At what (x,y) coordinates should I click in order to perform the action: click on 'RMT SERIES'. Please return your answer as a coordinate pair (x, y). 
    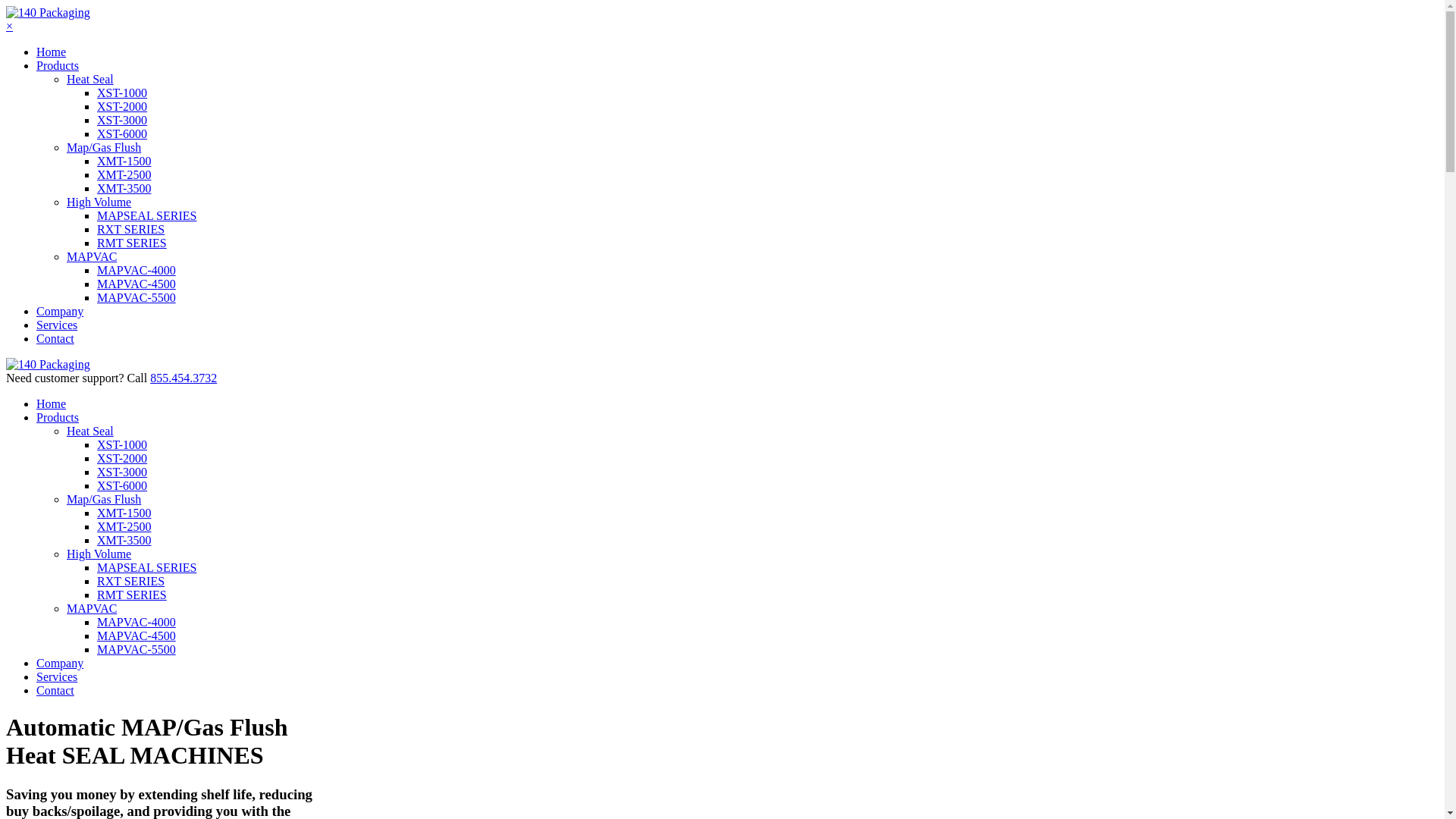
    Looking at the image, I should click on (96, 242).